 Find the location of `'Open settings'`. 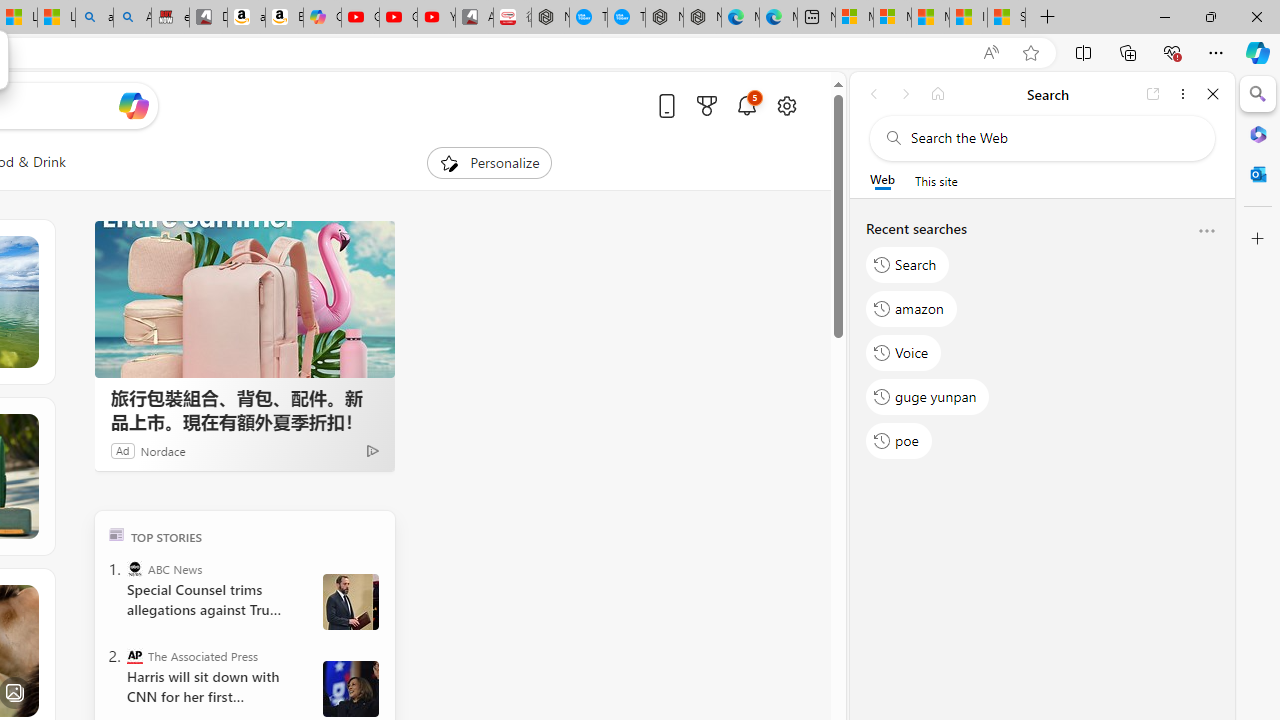

'Open settings' is located at coordinates (785, 105).